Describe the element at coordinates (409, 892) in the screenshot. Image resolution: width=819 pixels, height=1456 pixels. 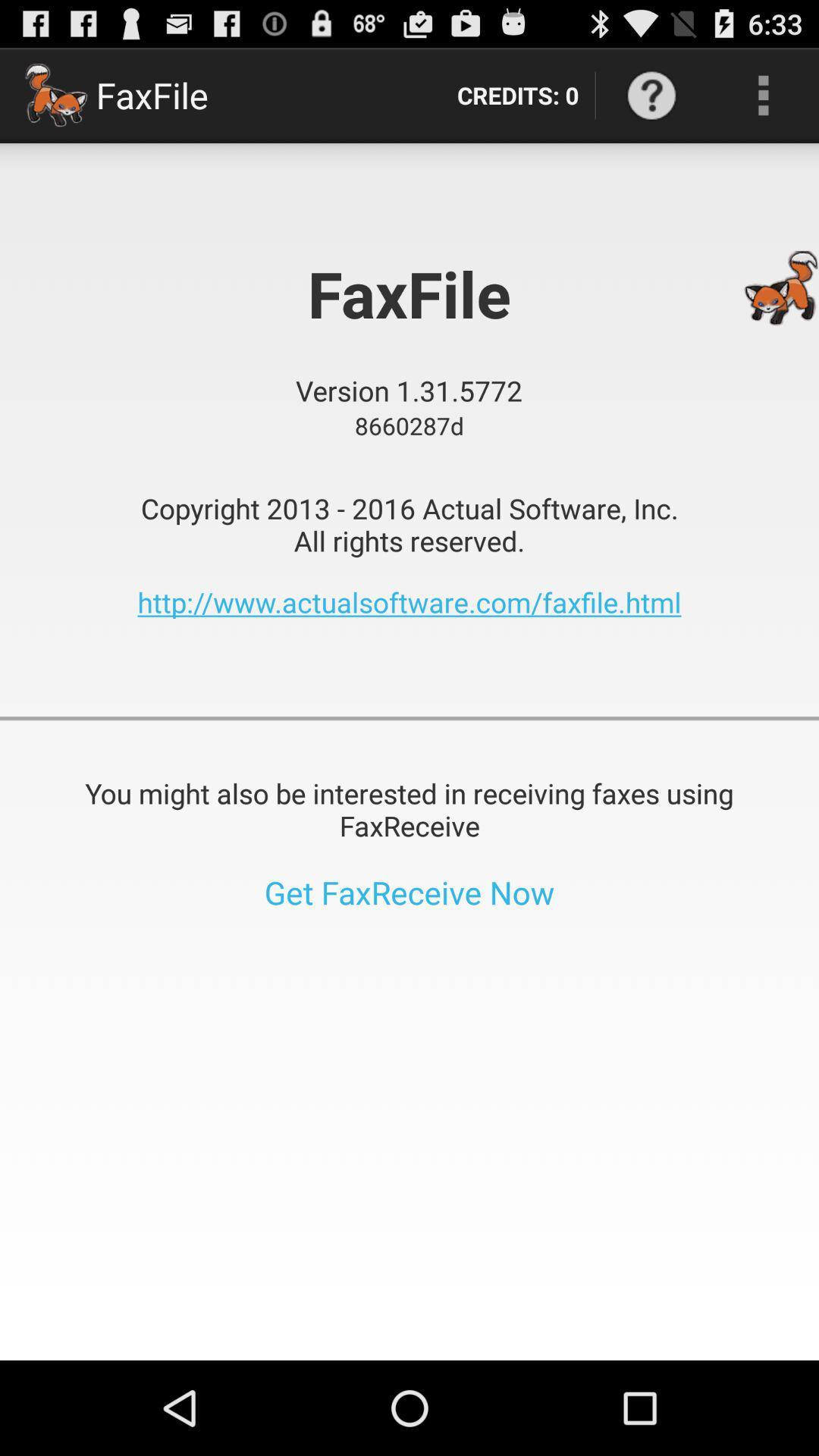
I see `the item below the you might also app` at that location.